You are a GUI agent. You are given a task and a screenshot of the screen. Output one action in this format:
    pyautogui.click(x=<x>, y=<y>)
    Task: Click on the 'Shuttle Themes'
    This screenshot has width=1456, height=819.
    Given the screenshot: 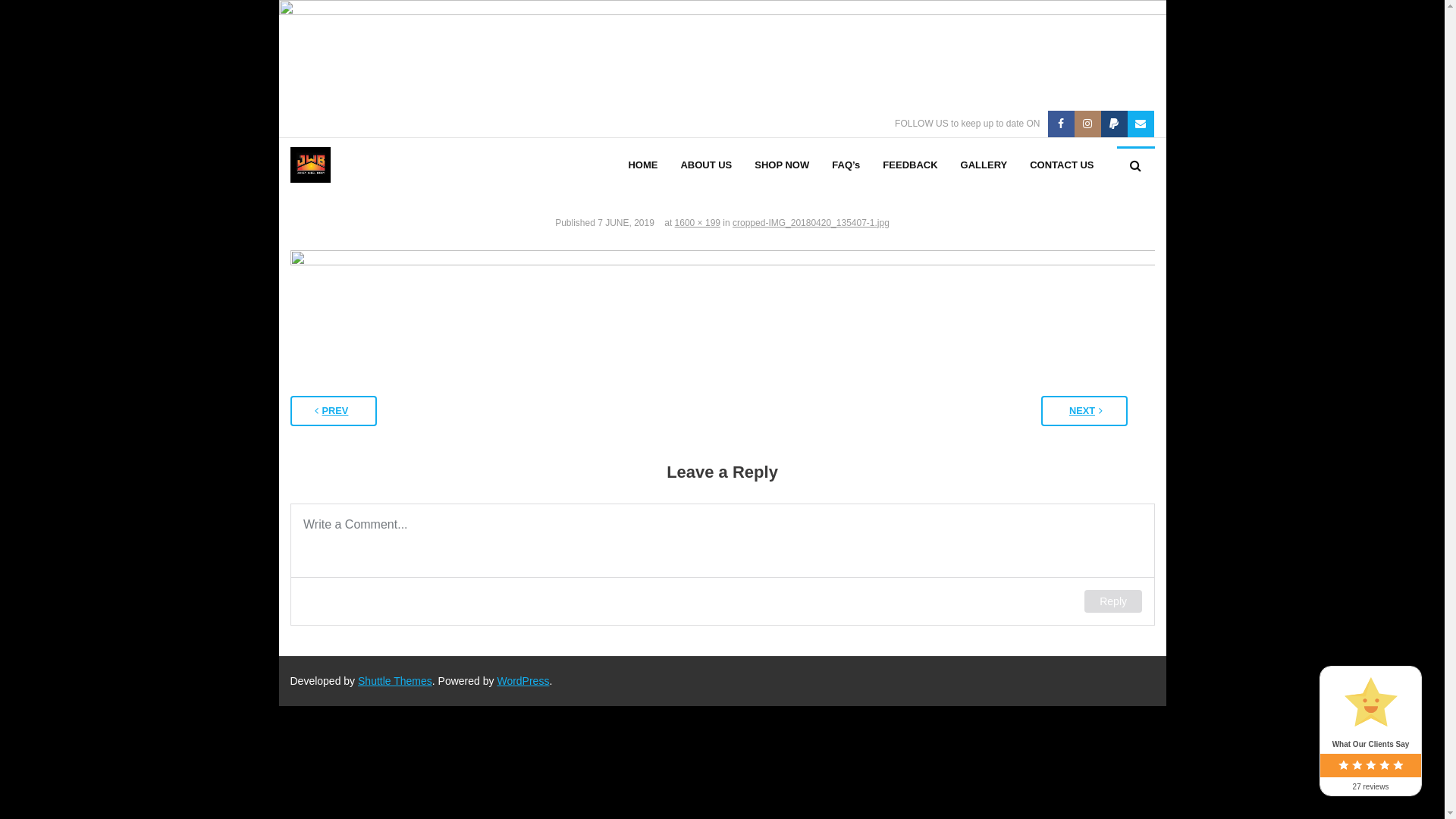 What is the action you would take?
    pyautogui.click(x=395, y=680)
    